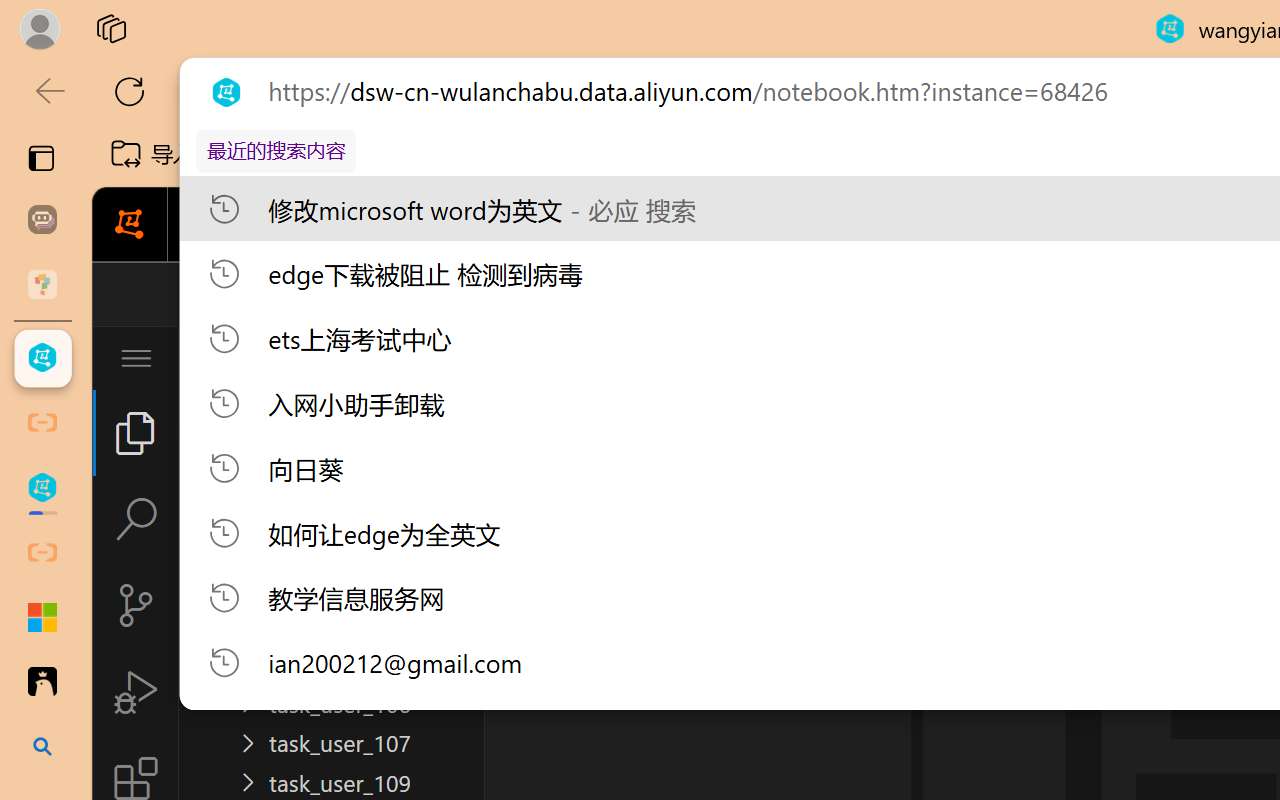 This screenshot has width=1280, height=800. Describe the element at coordinates (391, 358) in the screenshot. I see `'Explorer actions'` at that location.